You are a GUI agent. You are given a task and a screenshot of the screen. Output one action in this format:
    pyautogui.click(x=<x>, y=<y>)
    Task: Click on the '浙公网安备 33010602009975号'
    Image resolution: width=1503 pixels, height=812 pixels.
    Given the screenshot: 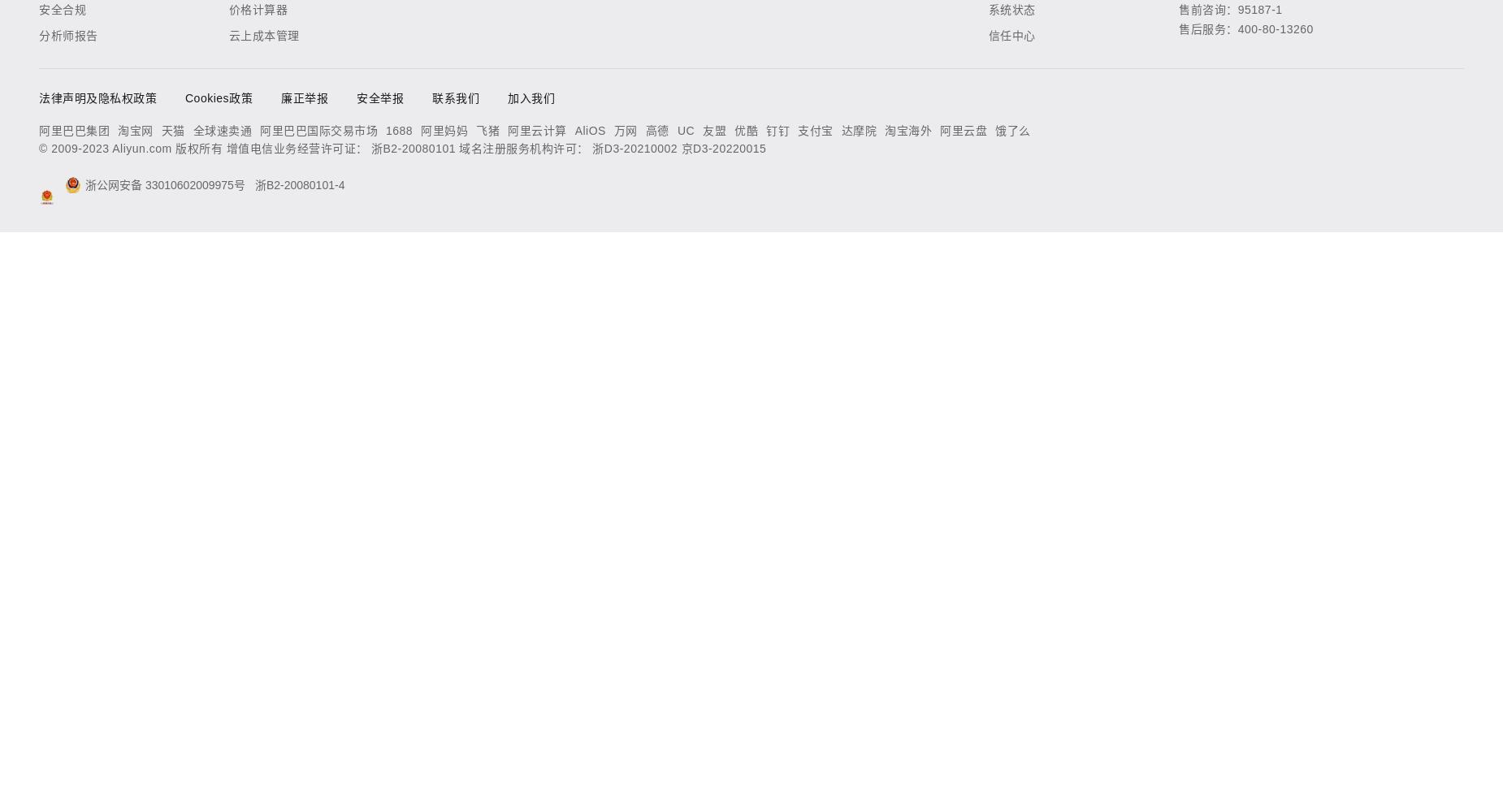 What is the action you would take?
    pyautogui.click(x=163, y=184)
    